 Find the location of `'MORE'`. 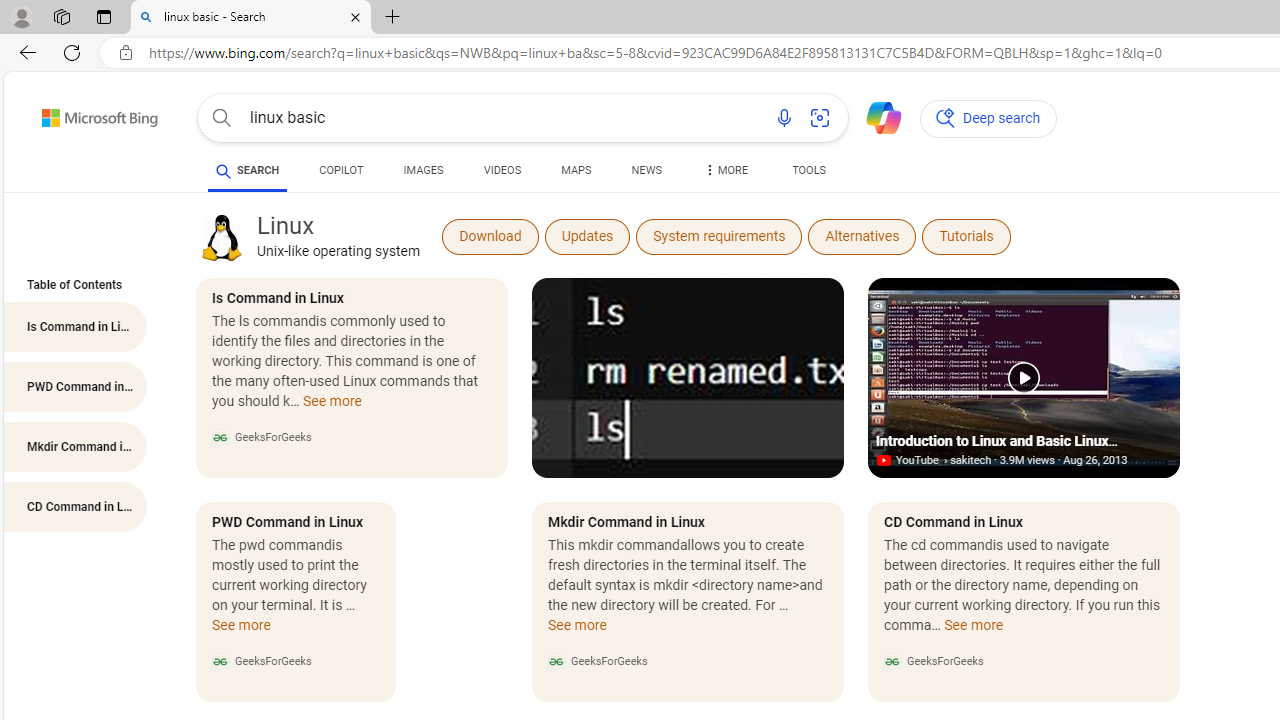

'MORE' is located at coordinates (723, 172).